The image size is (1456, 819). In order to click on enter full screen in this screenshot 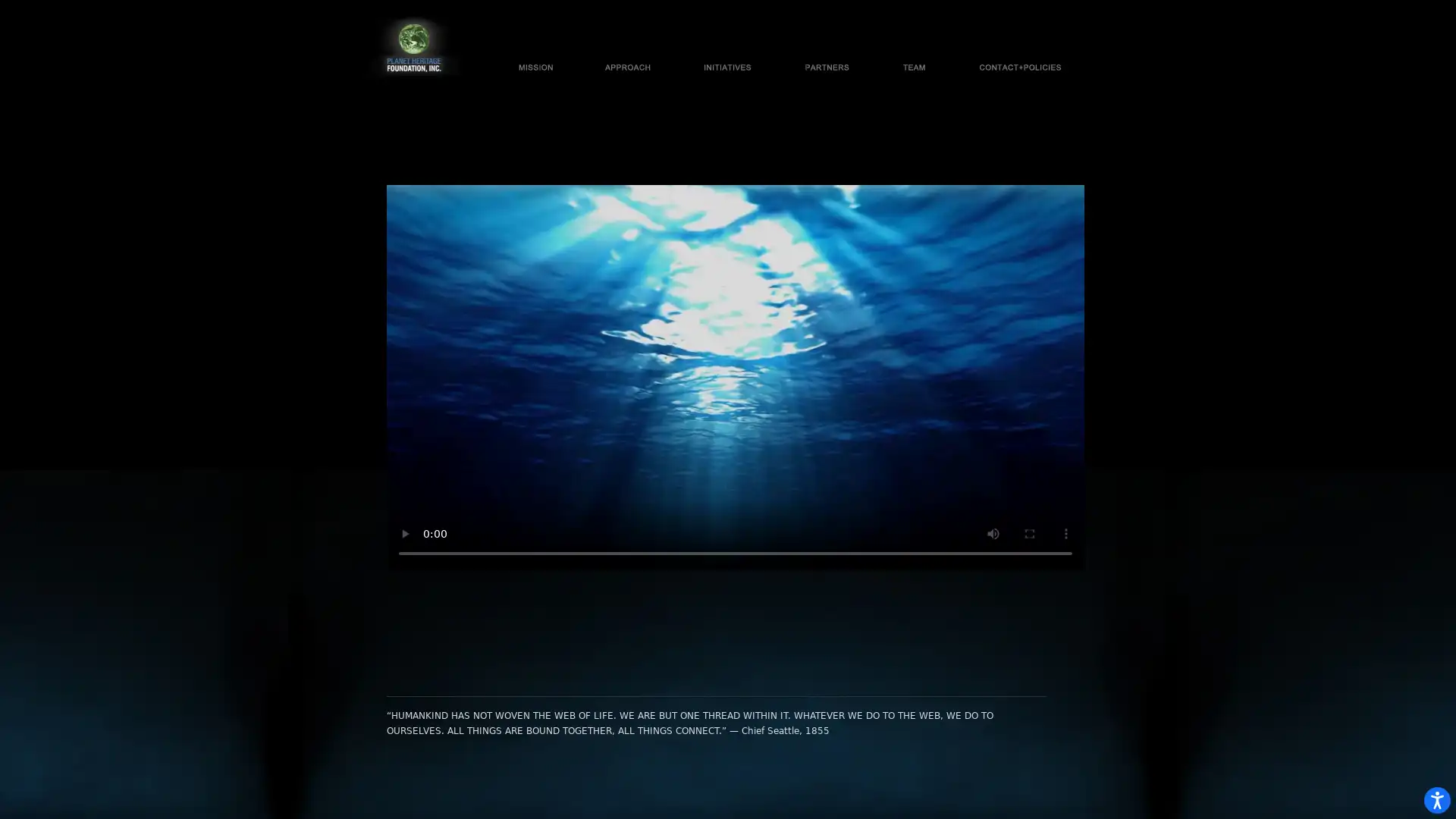, I will do `click(1030, 532)`.